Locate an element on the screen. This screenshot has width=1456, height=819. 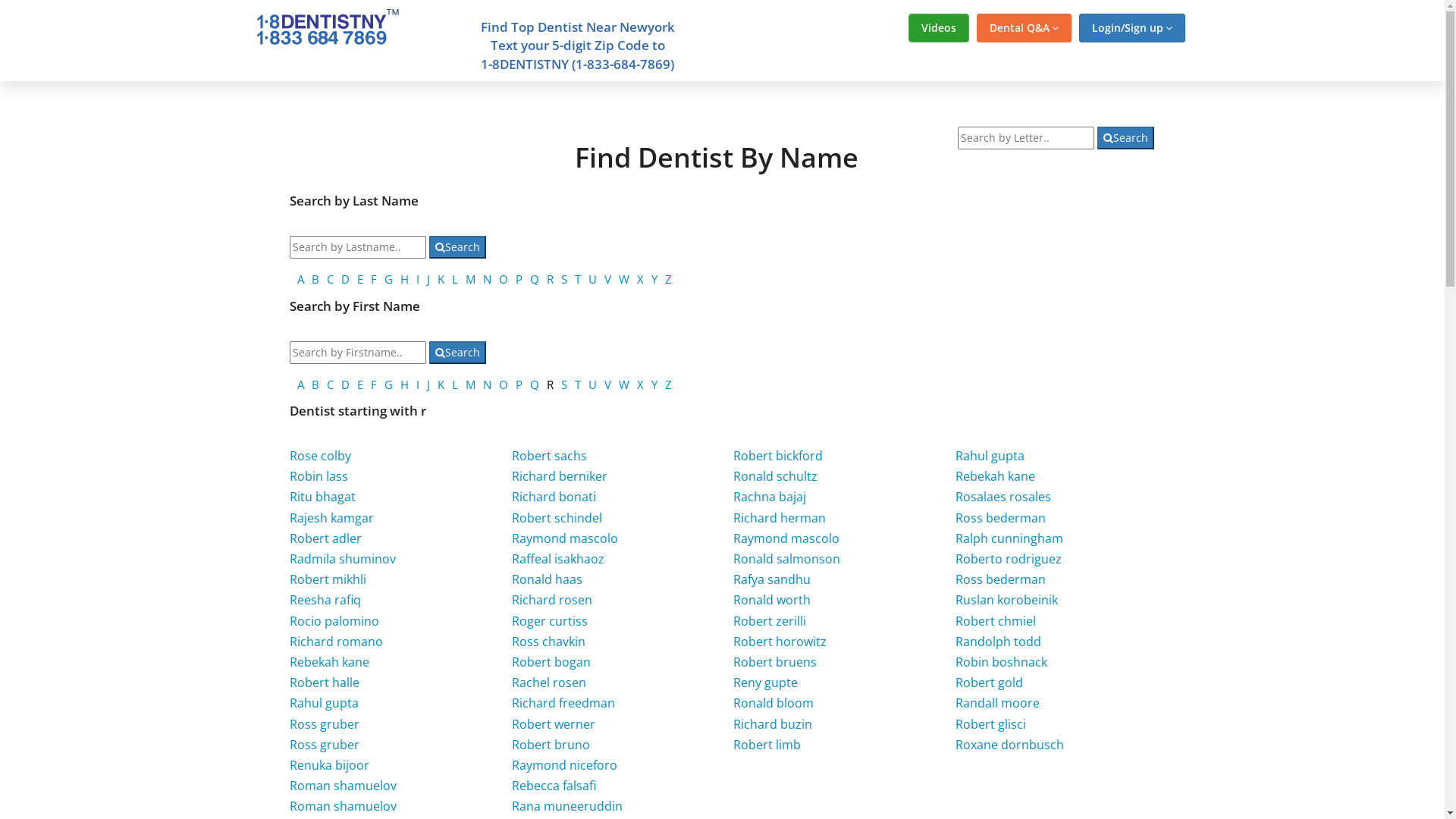
'Rahul gupta' is located at coordinates (323, 702).